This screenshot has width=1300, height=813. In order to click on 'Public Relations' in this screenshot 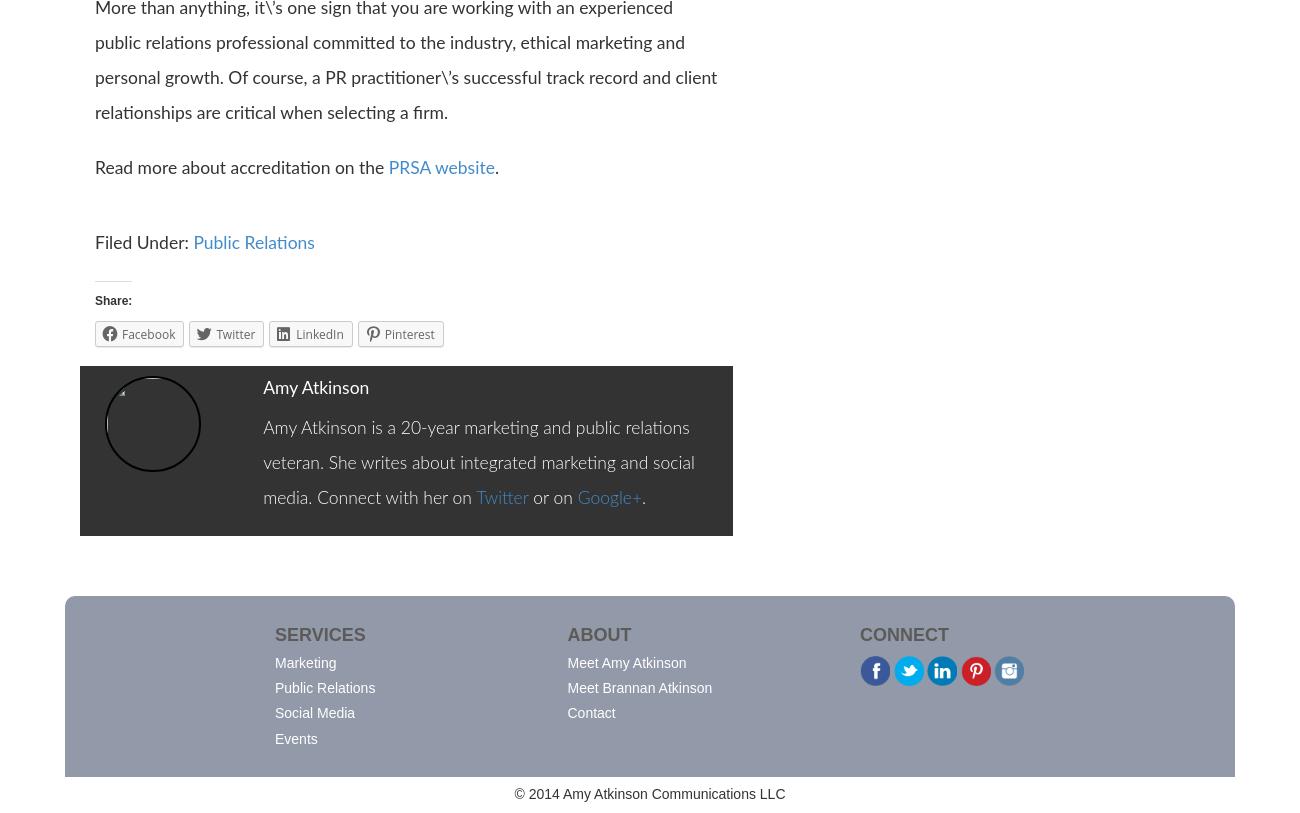, I will do `click(274, 687)`.